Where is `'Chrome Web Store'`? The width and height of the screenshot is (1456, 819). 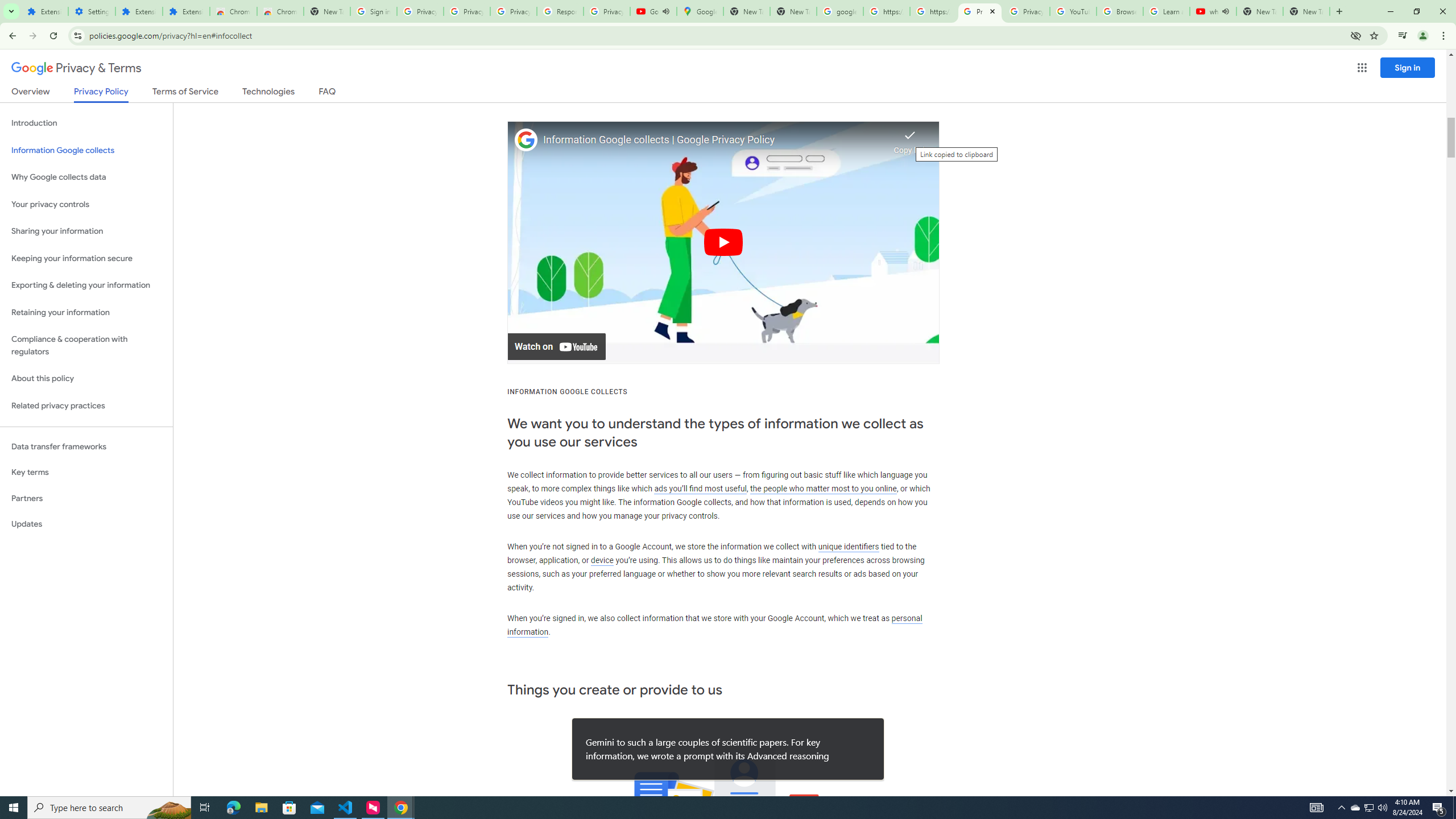
'Chrome Web Store' is located at coordinates (233, 11).